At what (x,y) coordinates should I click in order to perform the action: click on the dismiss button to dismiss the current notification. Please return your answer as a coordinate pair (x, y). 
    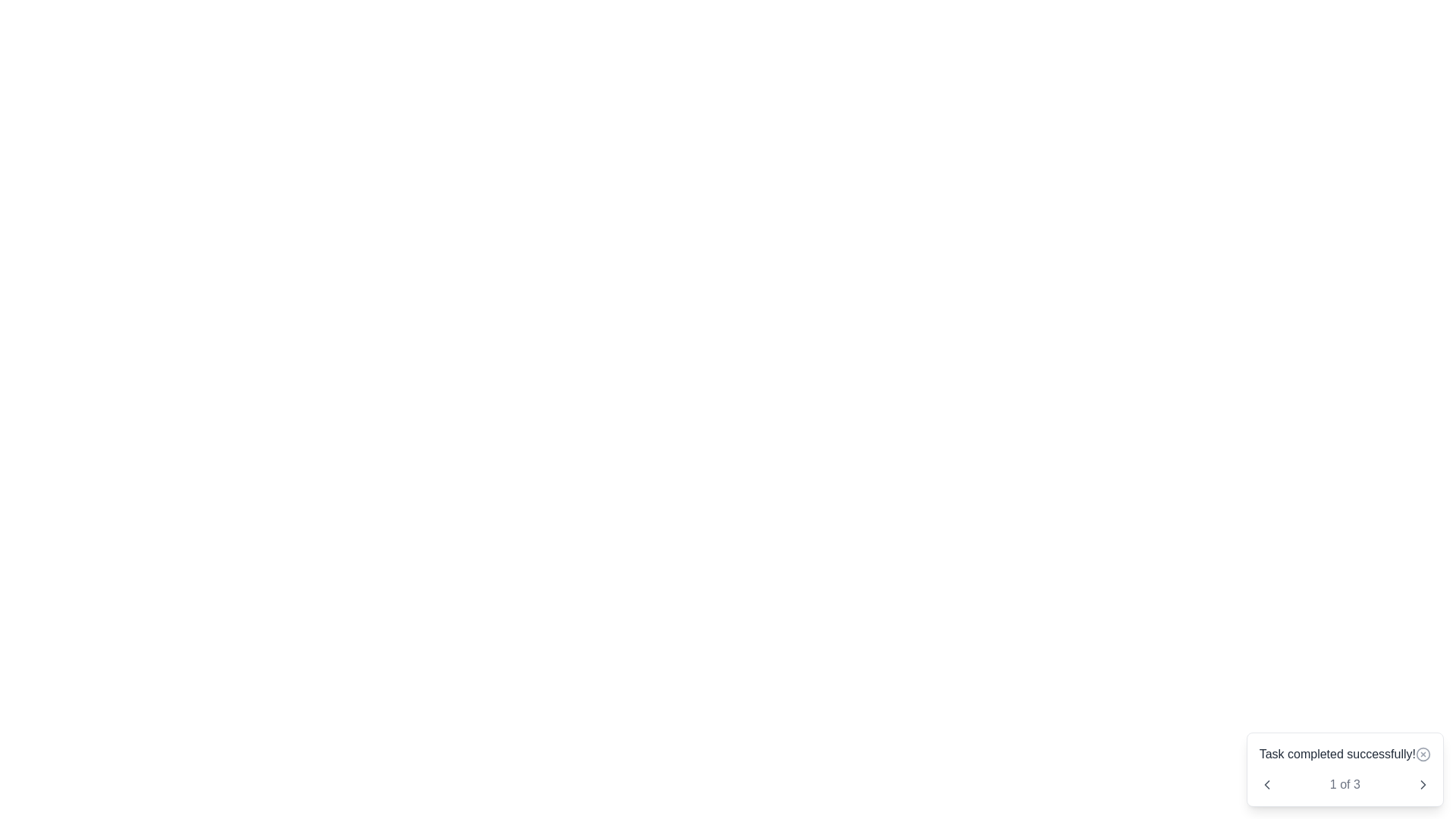
    Looking at the image, I should click on (1422, 755).